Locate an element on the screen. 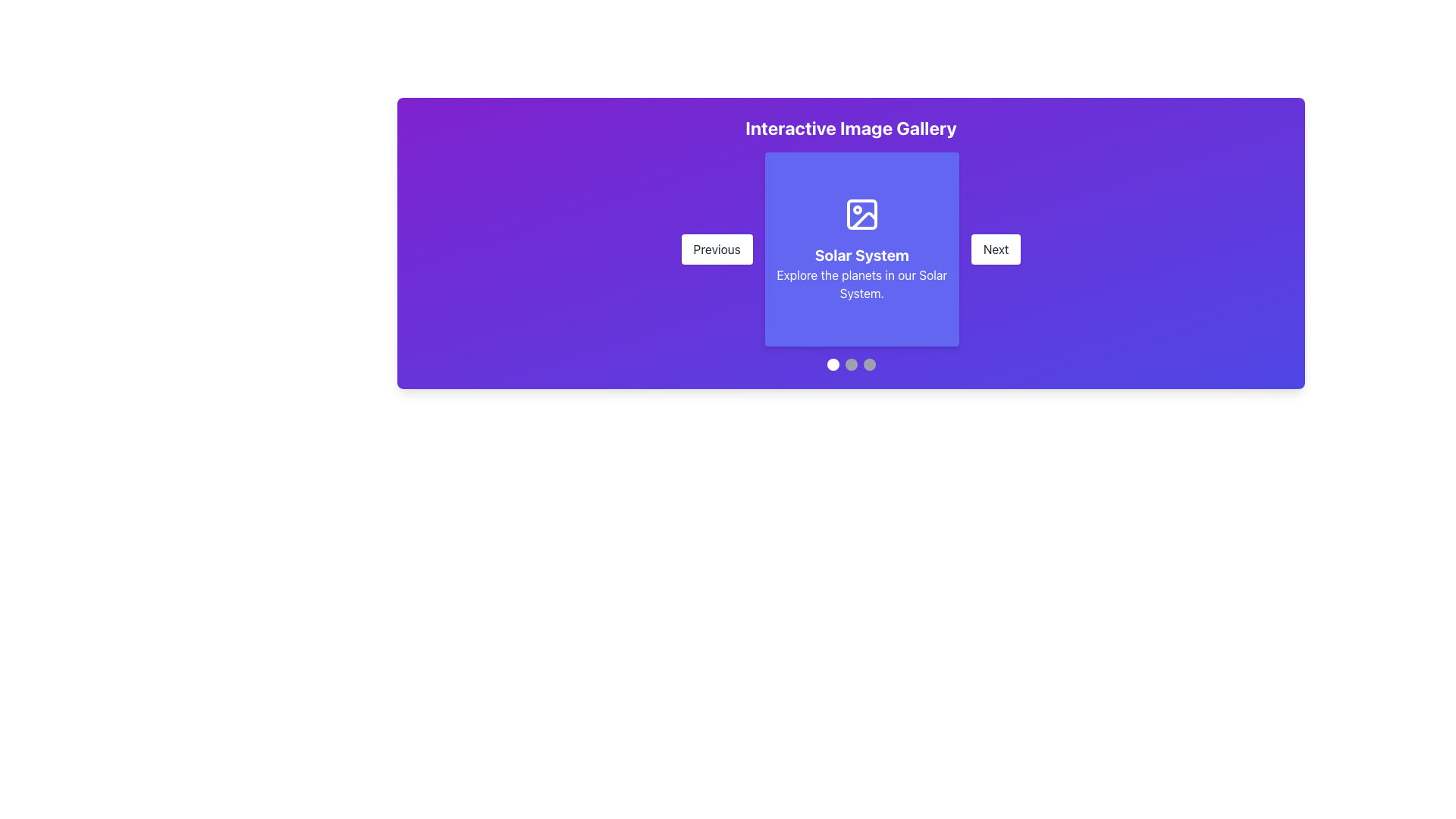 Image resolution: width=1456 pixels, height=819 pixels. the second Informational Card about the Solar System, which is positioned between the 'Previous' and 'Next' buttons in the interactive gallery is located at coordinates (861, 248).